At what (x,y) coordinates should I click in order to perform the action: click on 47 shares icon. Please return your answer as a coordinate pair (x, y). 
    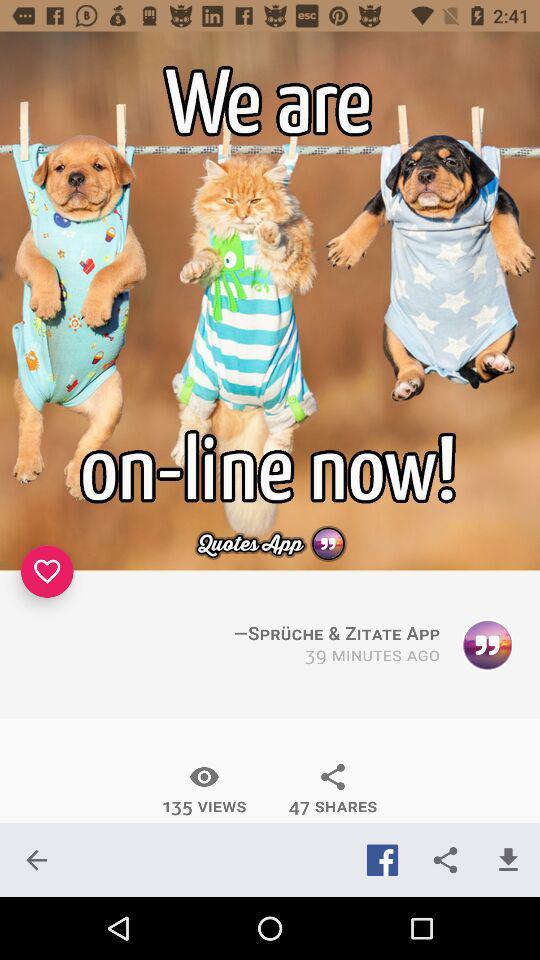
    Looking at the image, I should click on (333, 789).